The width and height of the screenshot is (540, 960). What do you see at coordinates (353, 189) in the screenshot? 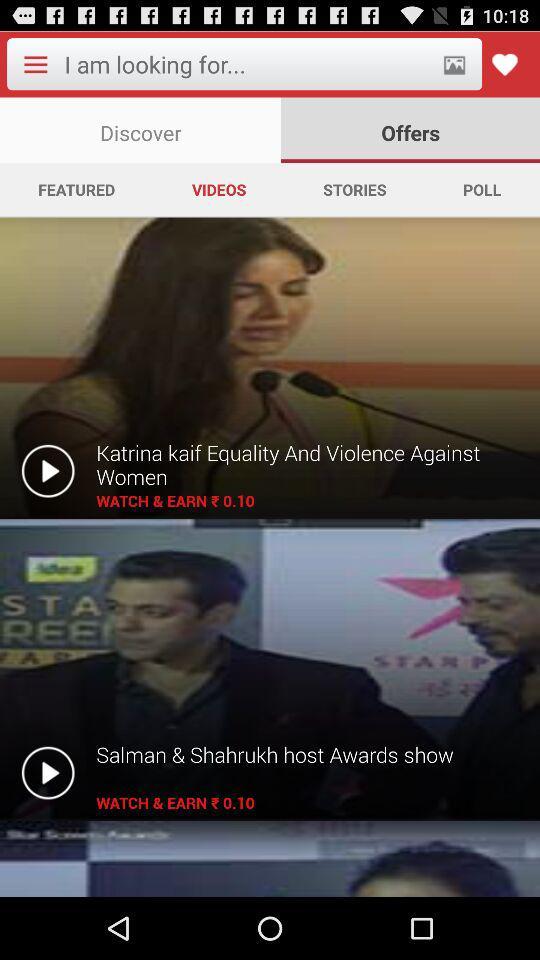
I see `stories` at bounding box center [353, 189].